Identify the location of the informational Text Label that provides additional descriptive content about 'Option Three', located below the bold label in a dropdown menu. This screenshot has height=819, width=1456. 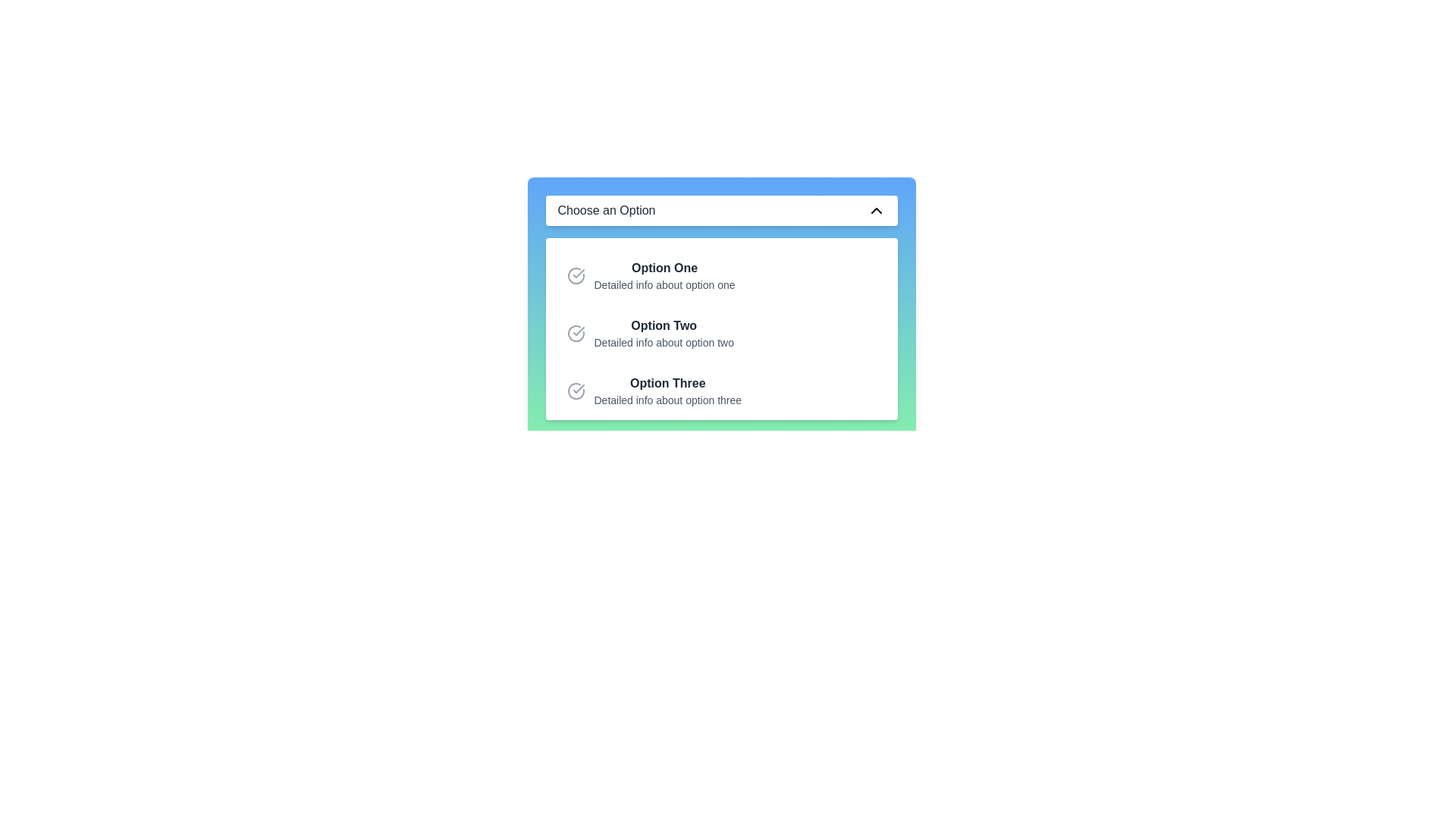
(667, 400).